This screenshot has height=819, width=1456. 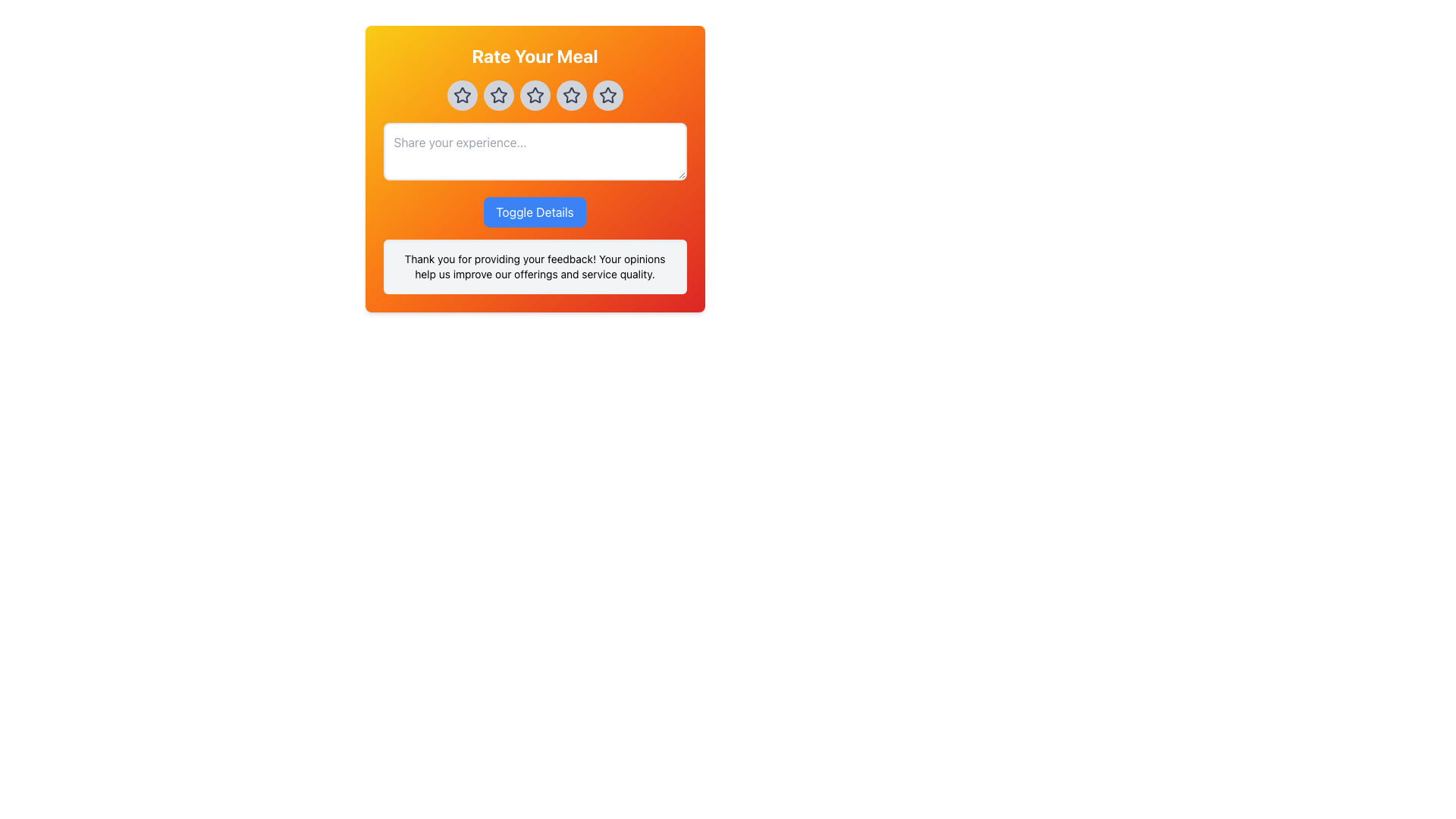 What do you see at coordinates (461, 96) in the screenshot?
I see `the first star in the five-star rating system` at bounding box center [461, 96].